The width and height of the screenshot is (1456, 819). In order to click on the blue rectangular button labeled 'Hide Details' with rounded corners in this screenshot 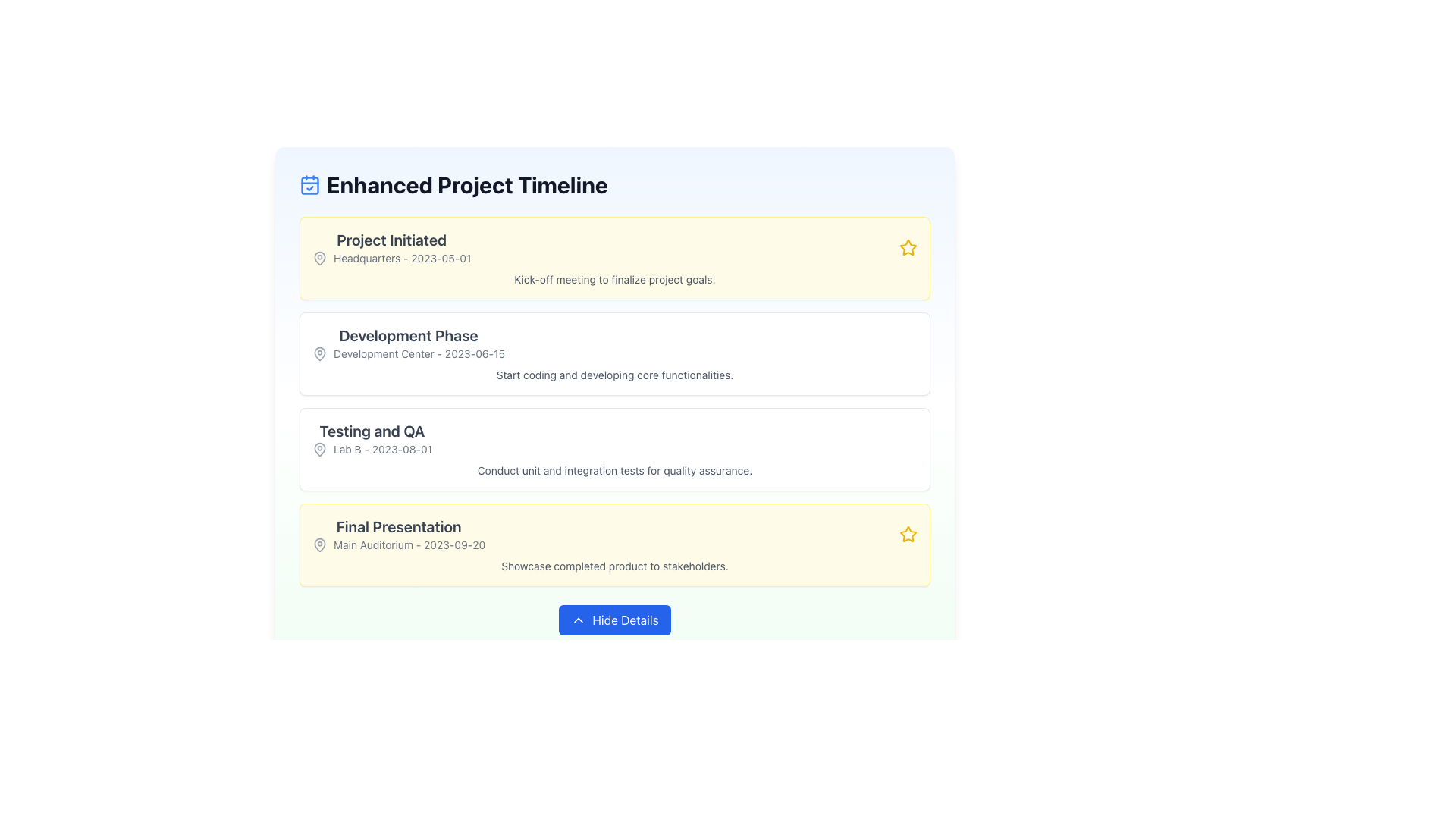, I will do `click(615, 620)`.